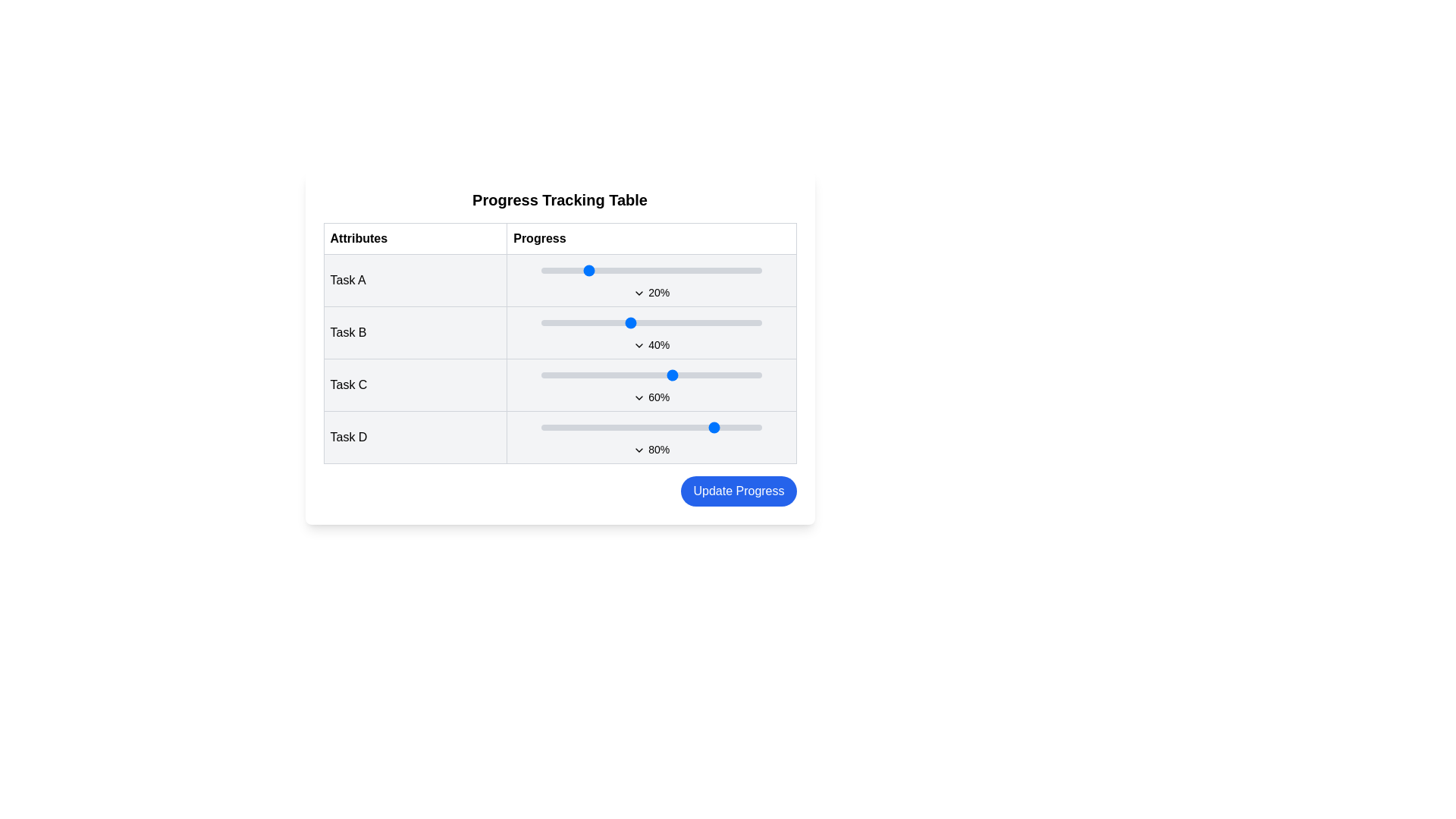 This screenshot has height=819, width=1456. Describe the element at coordinates (541, 375) in the screenshot. I see `the progress level` at that location.